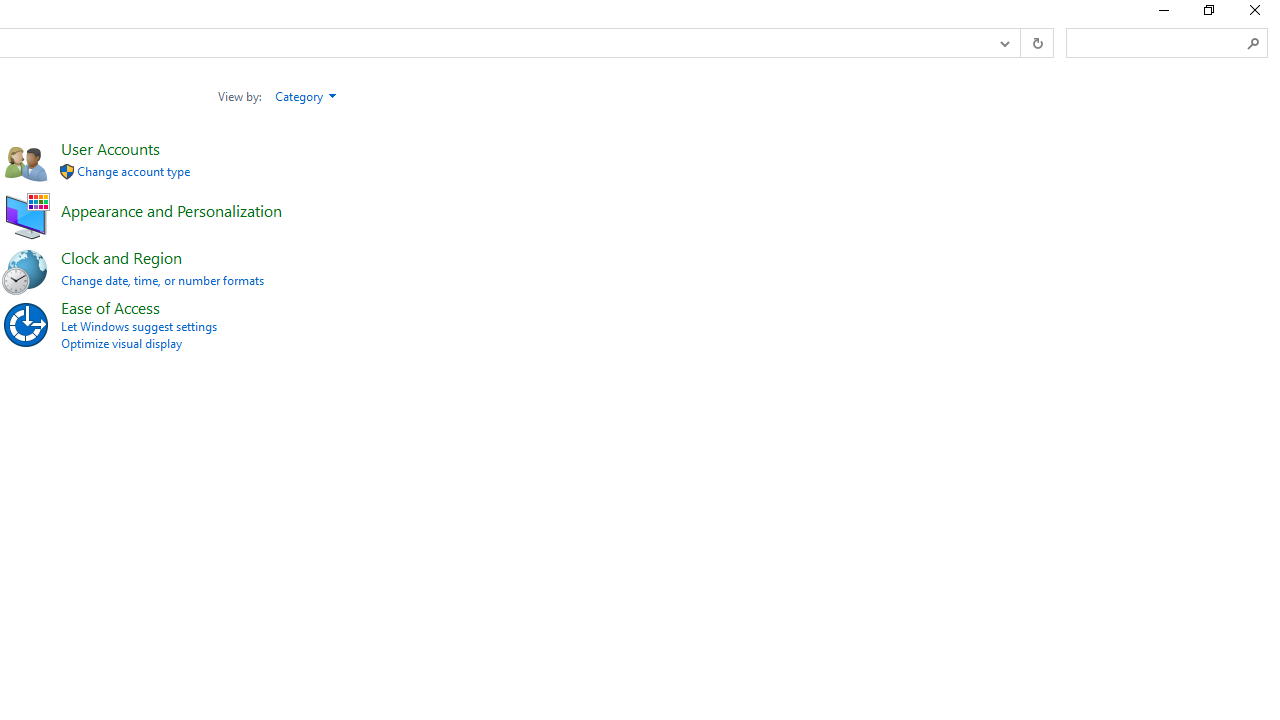  Describe the element at coordinates (1020, 43) in the screenshot. I see `'Address band toolbar'` at that location.